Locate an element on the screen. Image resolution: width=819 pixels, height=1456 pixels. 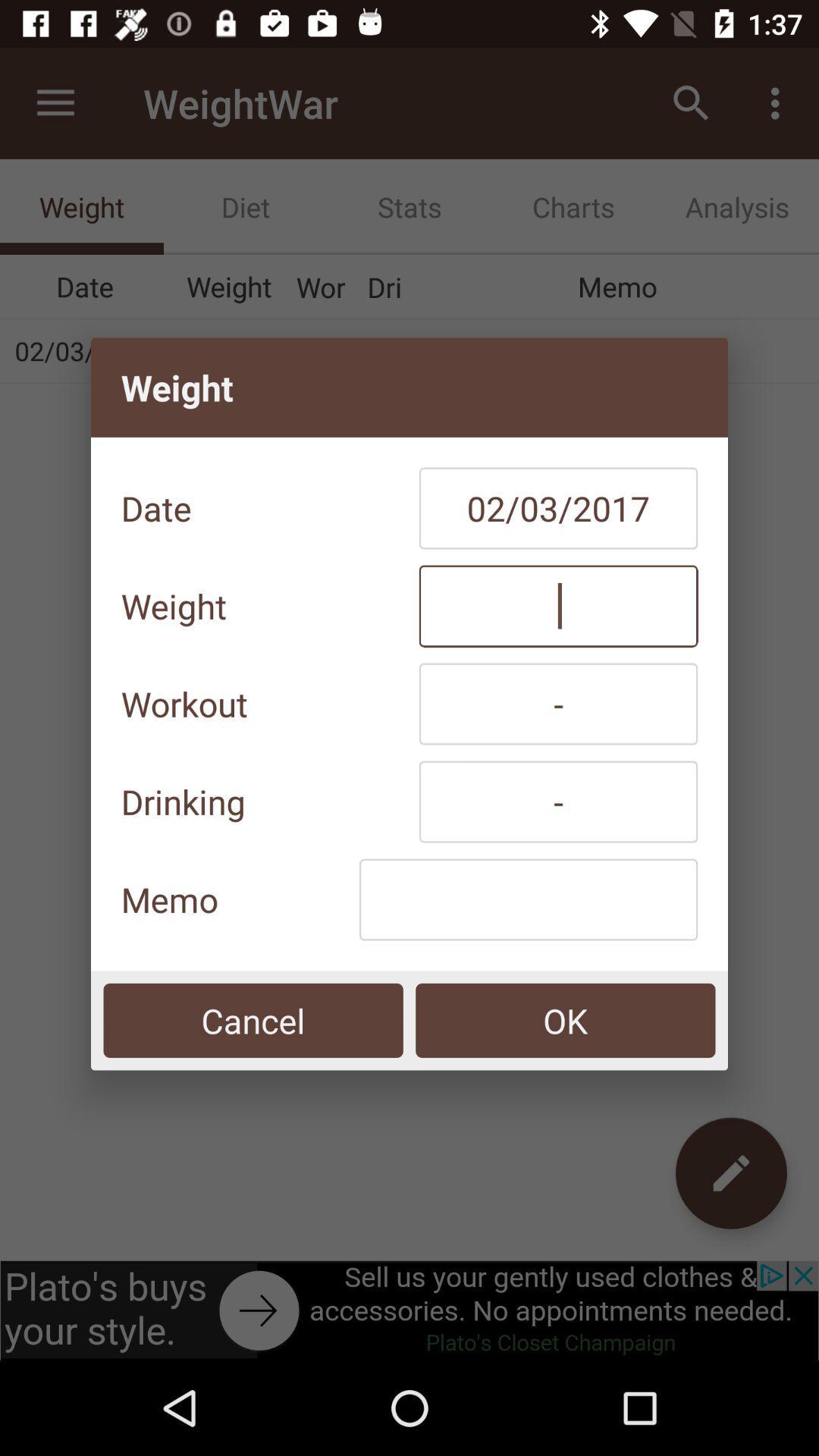
icon to the right of the date is located at coordinates (558, 508).